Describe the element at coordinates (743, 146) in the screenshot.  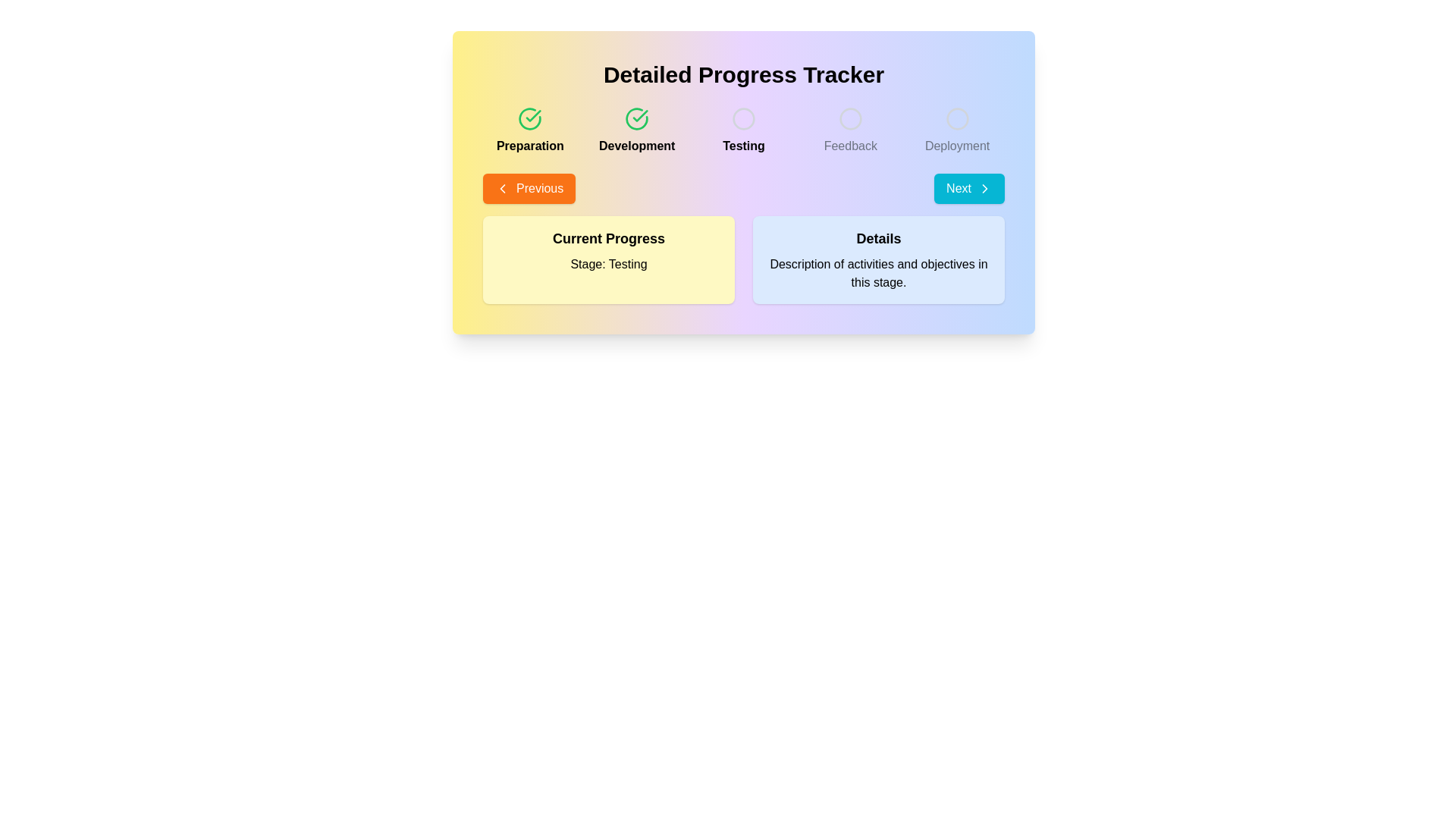
I see `the 'Testing' progress stage label, which is the third item in a sequence of labels in the progress tracker` at that location.